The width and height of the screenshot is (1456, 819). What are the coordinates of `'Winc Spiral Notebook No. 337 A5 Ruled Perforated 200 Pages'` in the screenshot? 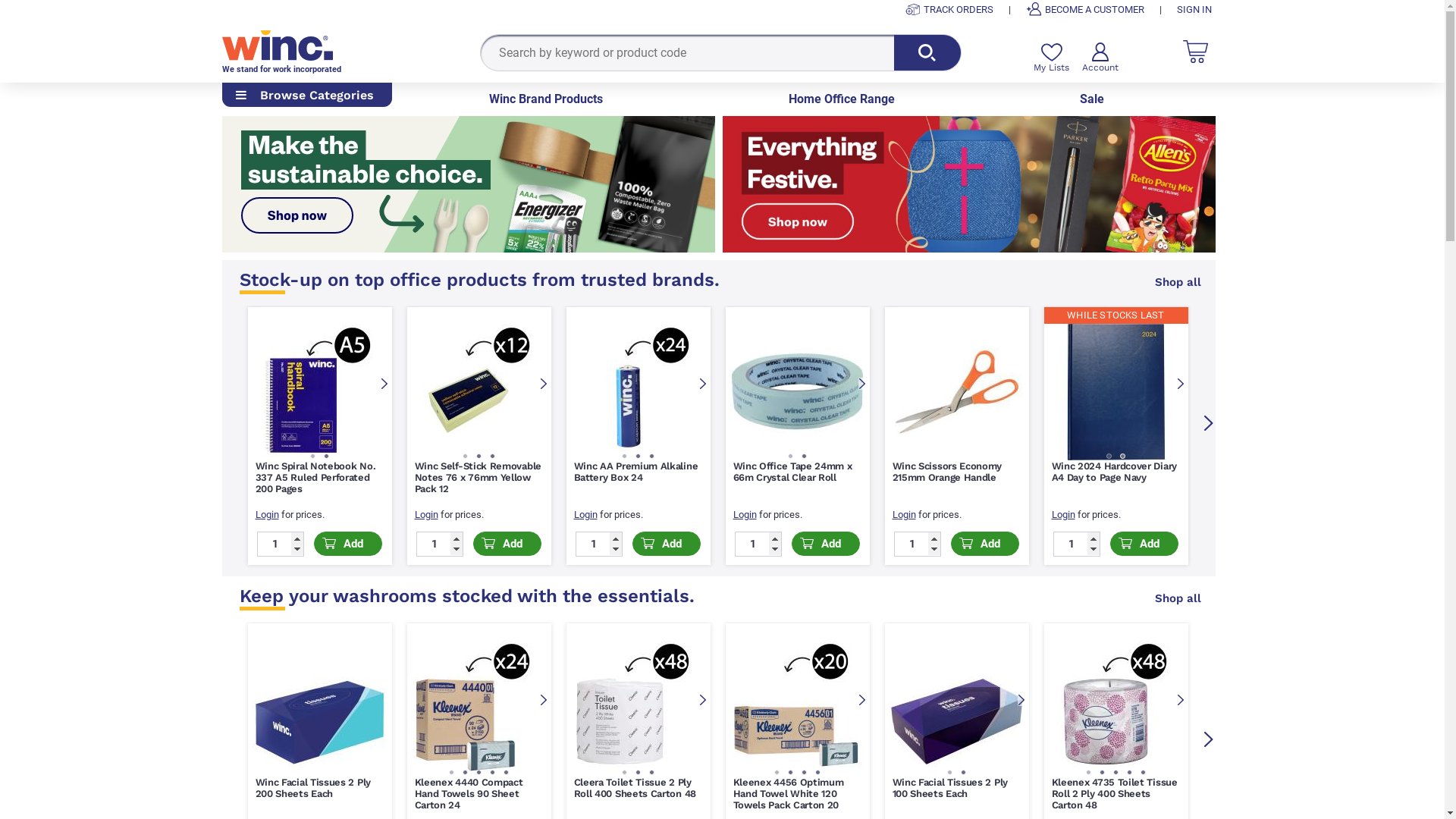 It's located at (314, 476).